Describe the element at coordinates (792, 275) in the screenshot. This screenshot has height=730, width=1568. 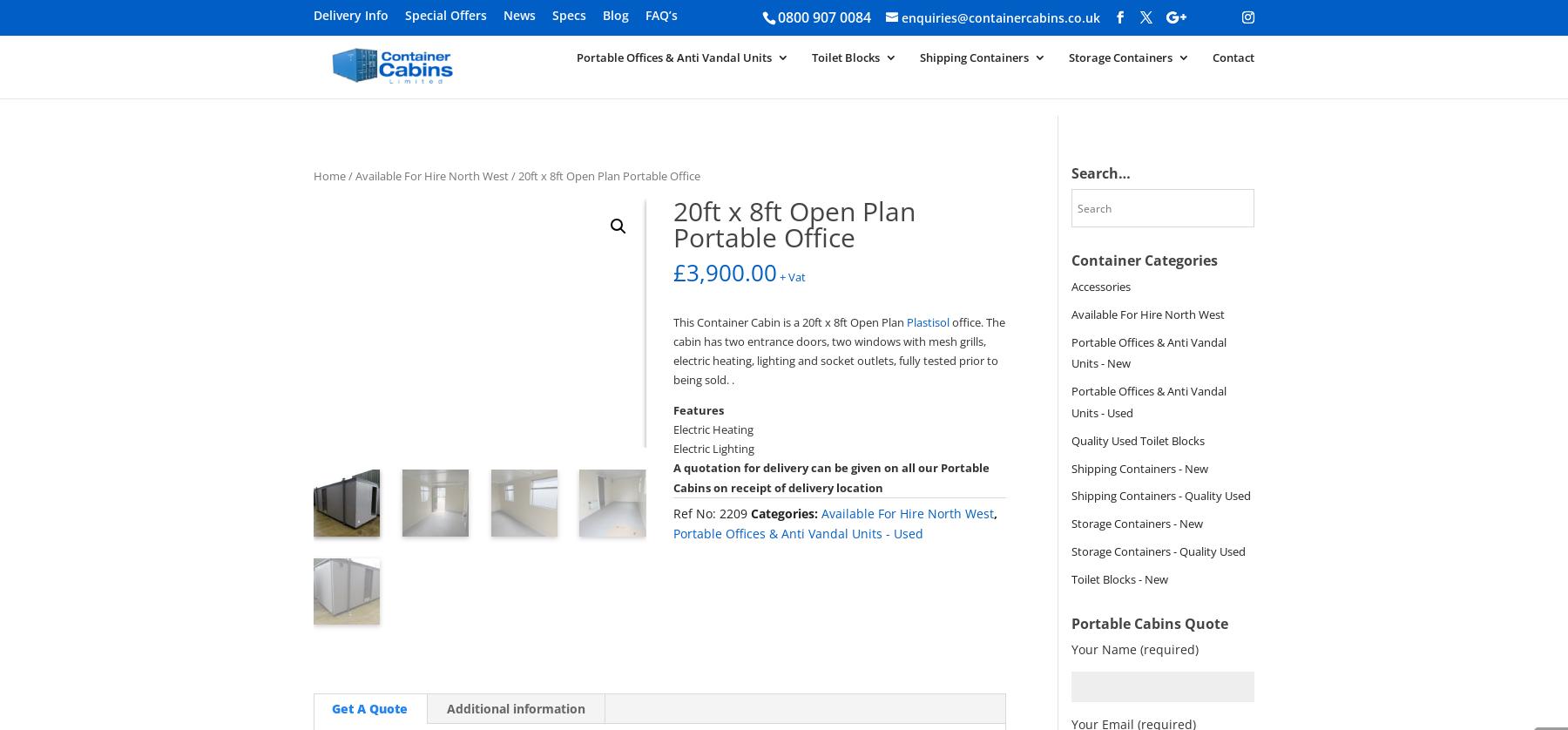
I see `'+ Vat'` at that location.